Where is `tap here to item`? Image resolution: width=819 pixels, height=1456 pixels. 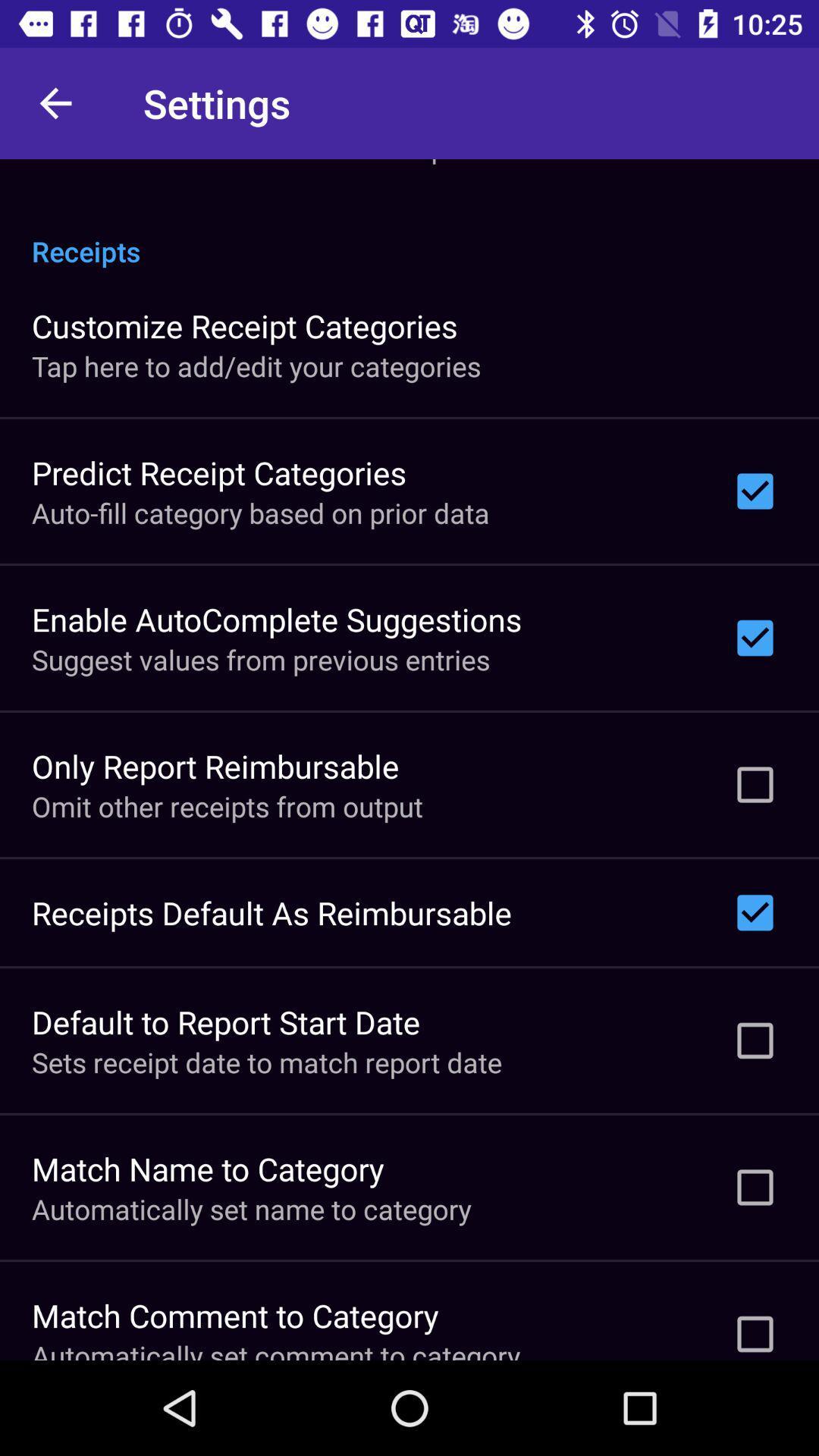
tap here to item is located at coordinates (256, 366).